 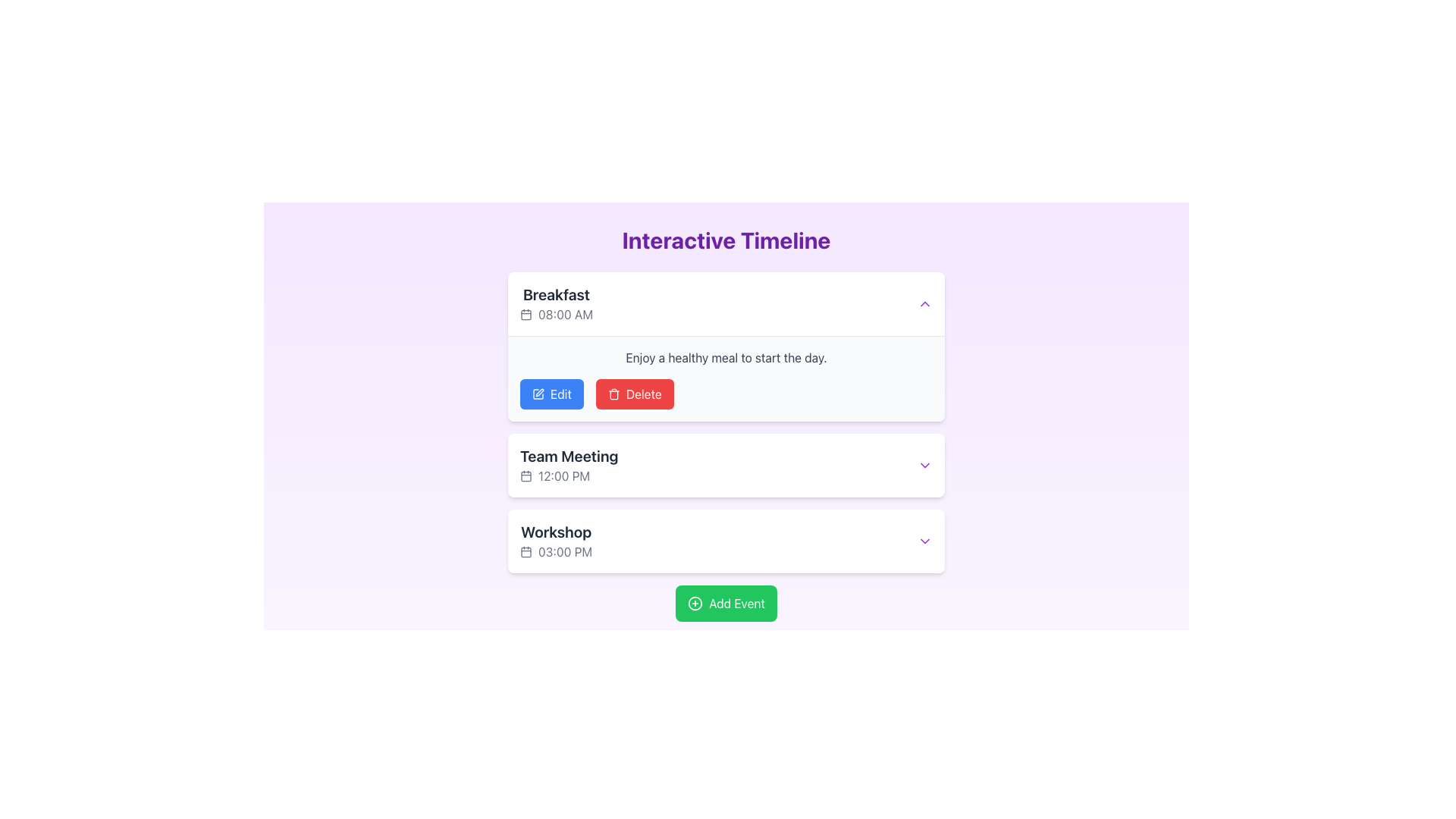 I want to click on the 'Delete' button, so click(x=635, y=394).